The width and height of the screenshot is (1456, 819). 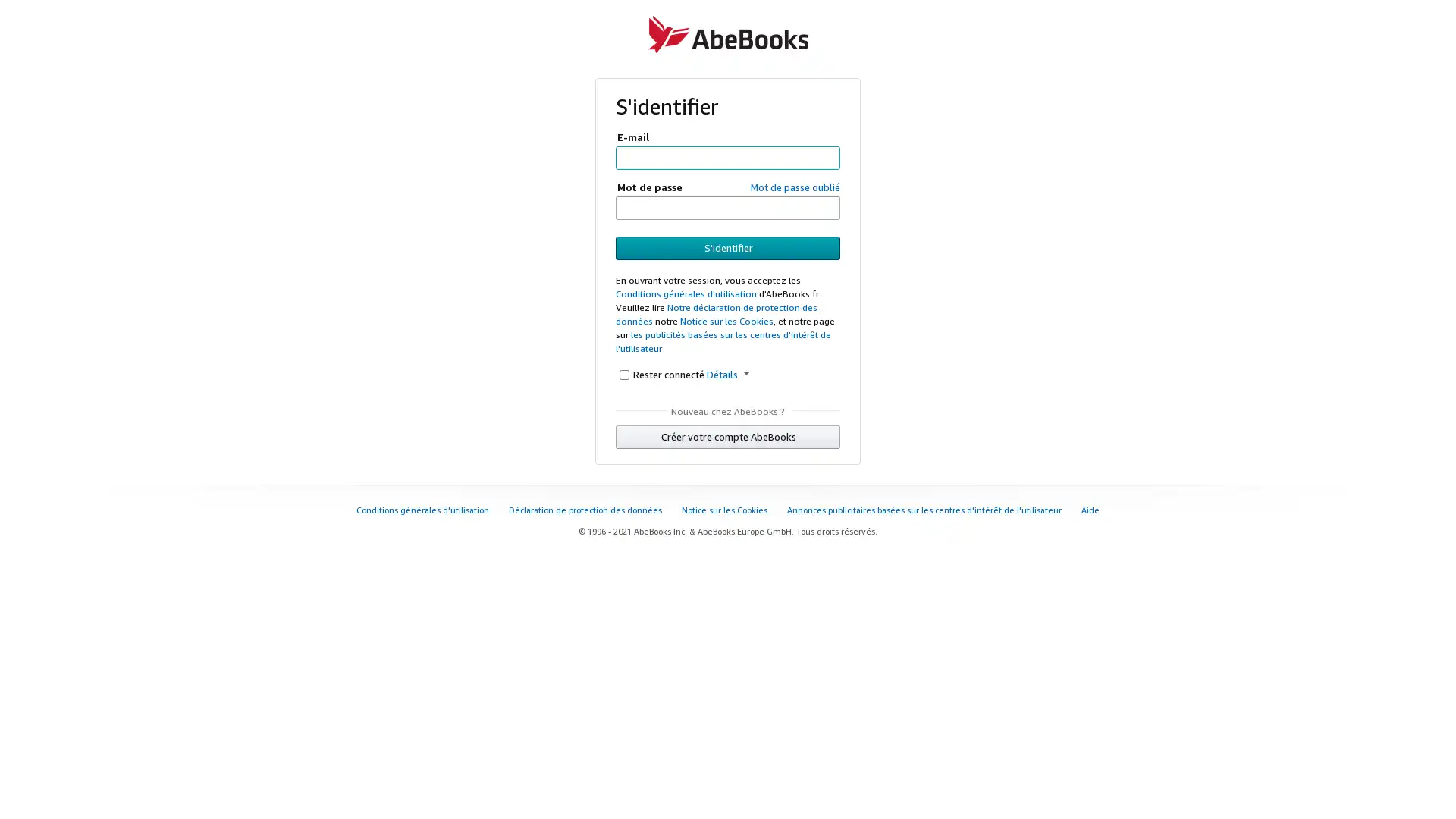 I want to click on Details, so click(x=728, y=374).